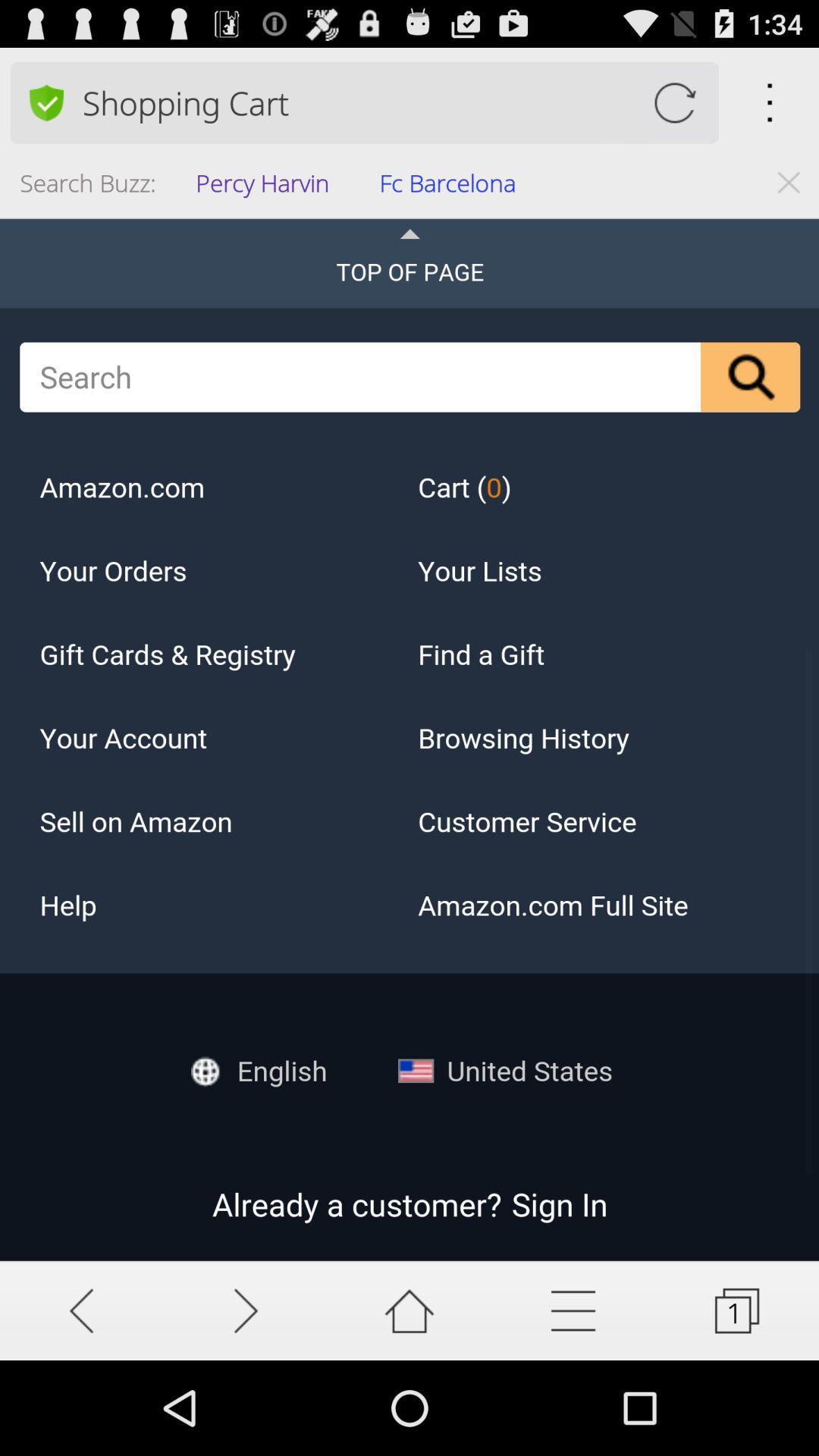  What do you see at coordinates (266, 187) in the screenshot?
I see `the icon next to fc barcelona` at bounding box center [266, 187].